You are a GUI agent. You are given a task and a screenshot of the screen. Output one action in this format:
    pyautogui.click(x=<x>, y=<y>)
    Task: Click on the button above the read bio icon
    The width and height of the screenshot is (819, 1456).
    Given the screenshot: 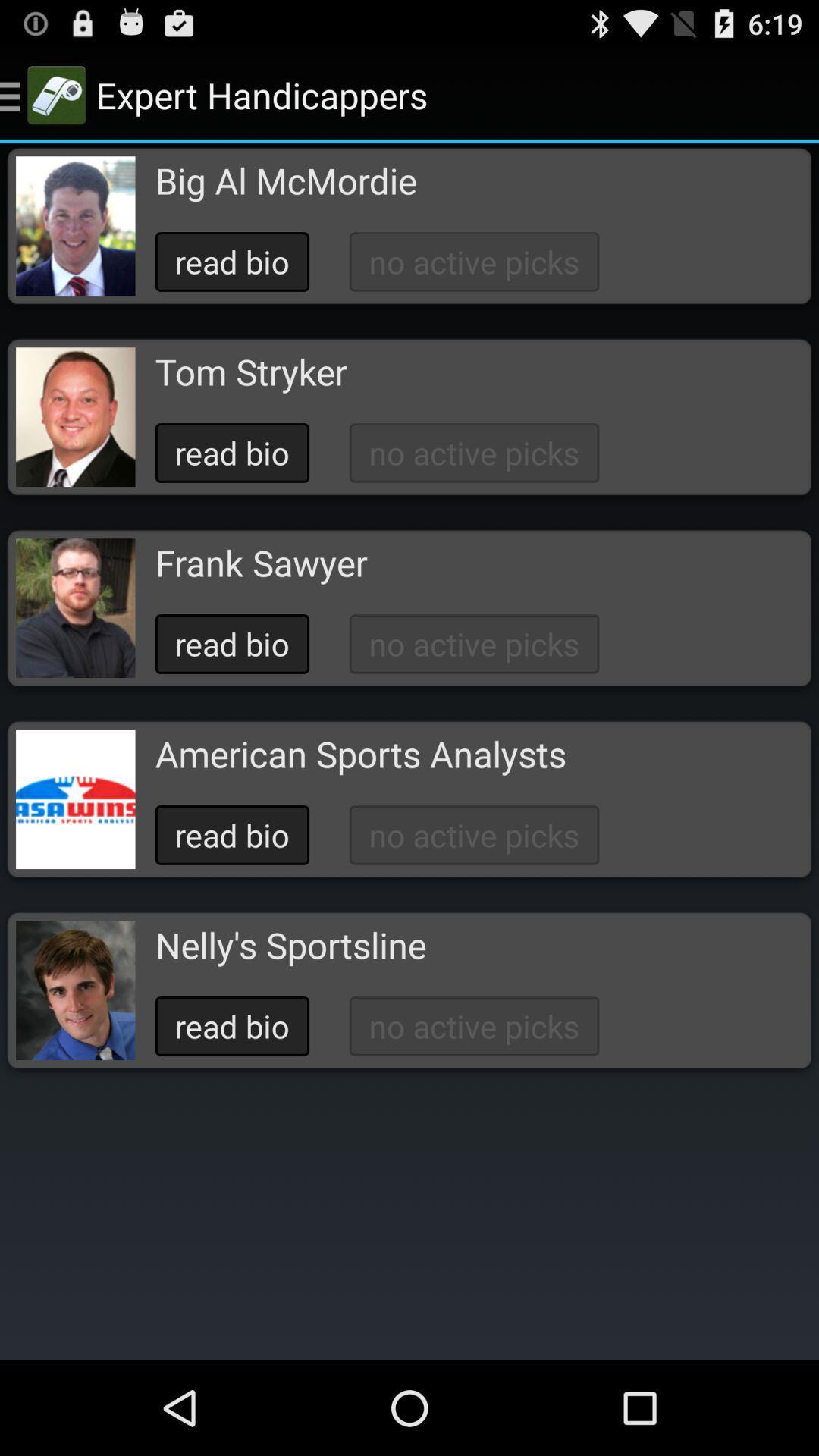 What is the action you would take?
    pyautogui.click(x=290, y=944)
    